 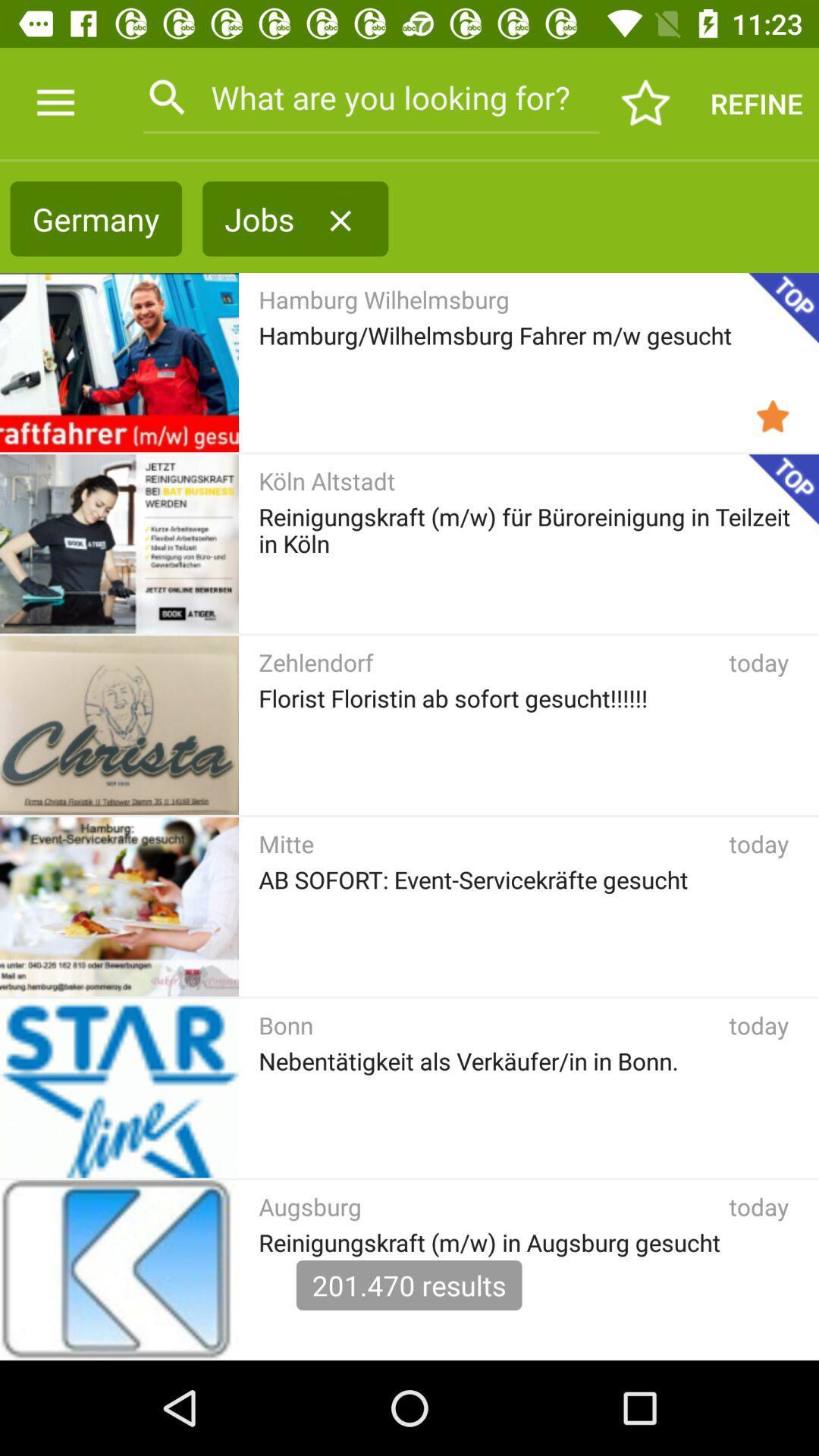 I want to click on the item to the right of jobs icon, so click(x=340, y=220).